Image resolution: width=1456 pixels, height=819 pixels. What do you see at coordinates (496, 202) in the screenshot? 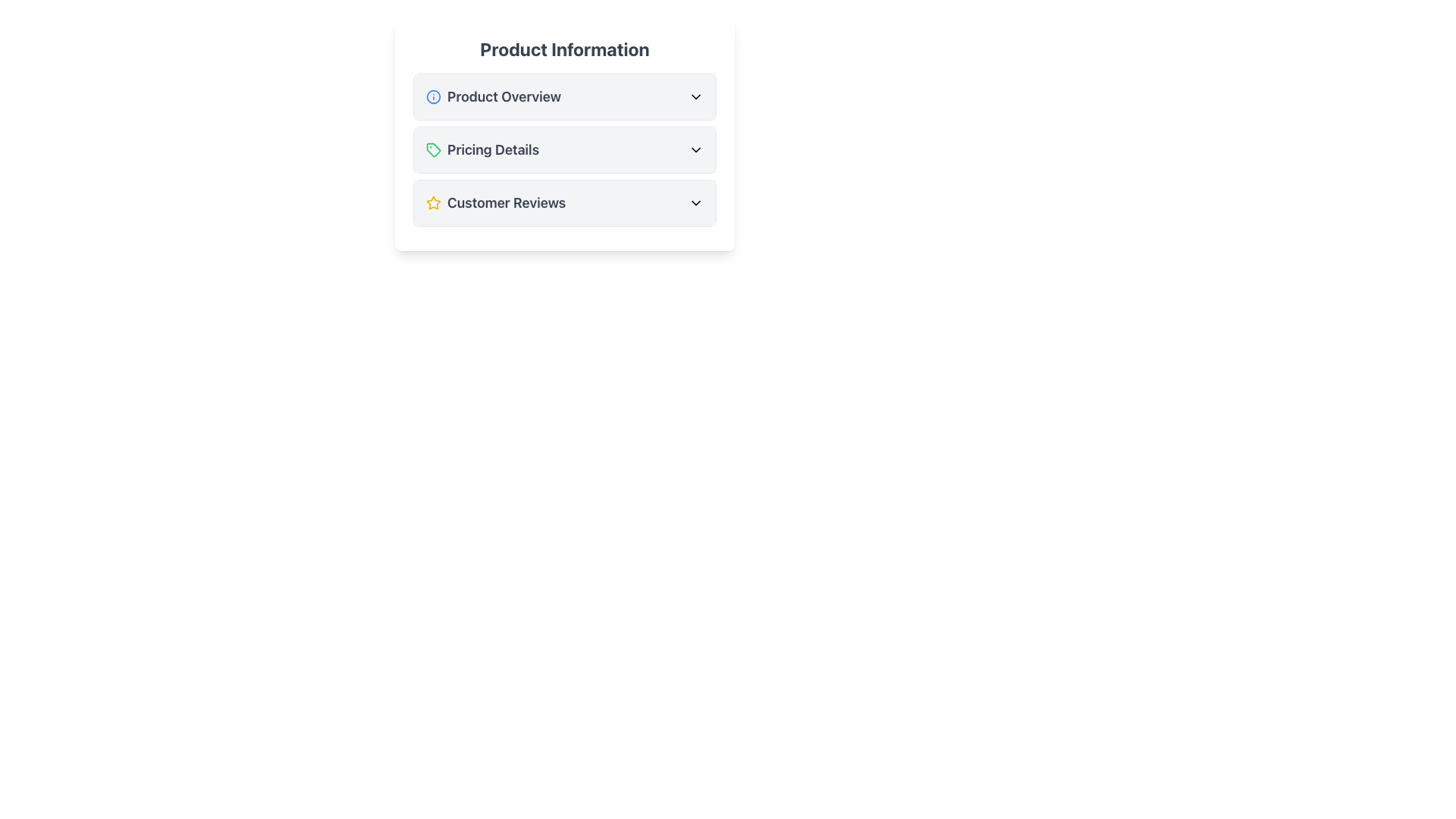
I see `the 'Customer Reviews' label with a yellow star icon for accessibility navigation` at bounding box center [496, 202].